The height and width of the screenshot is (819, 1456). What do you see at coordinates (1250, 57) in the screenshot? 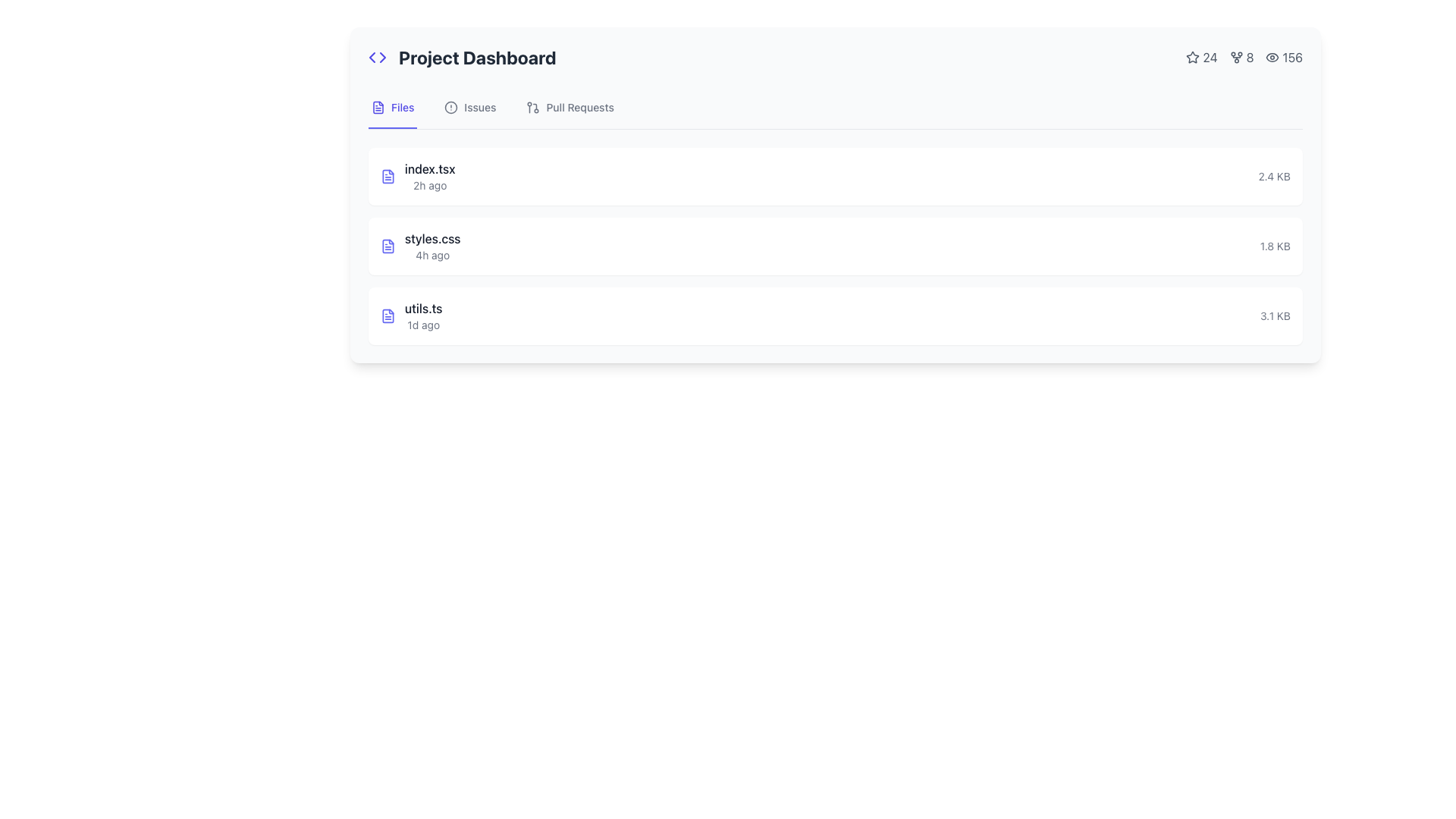
I see `value displayed in the text label indicating the count associated with the nearby branch or fork icon, located at the upper-right corner of the header` at bounding box center [1250, 57].